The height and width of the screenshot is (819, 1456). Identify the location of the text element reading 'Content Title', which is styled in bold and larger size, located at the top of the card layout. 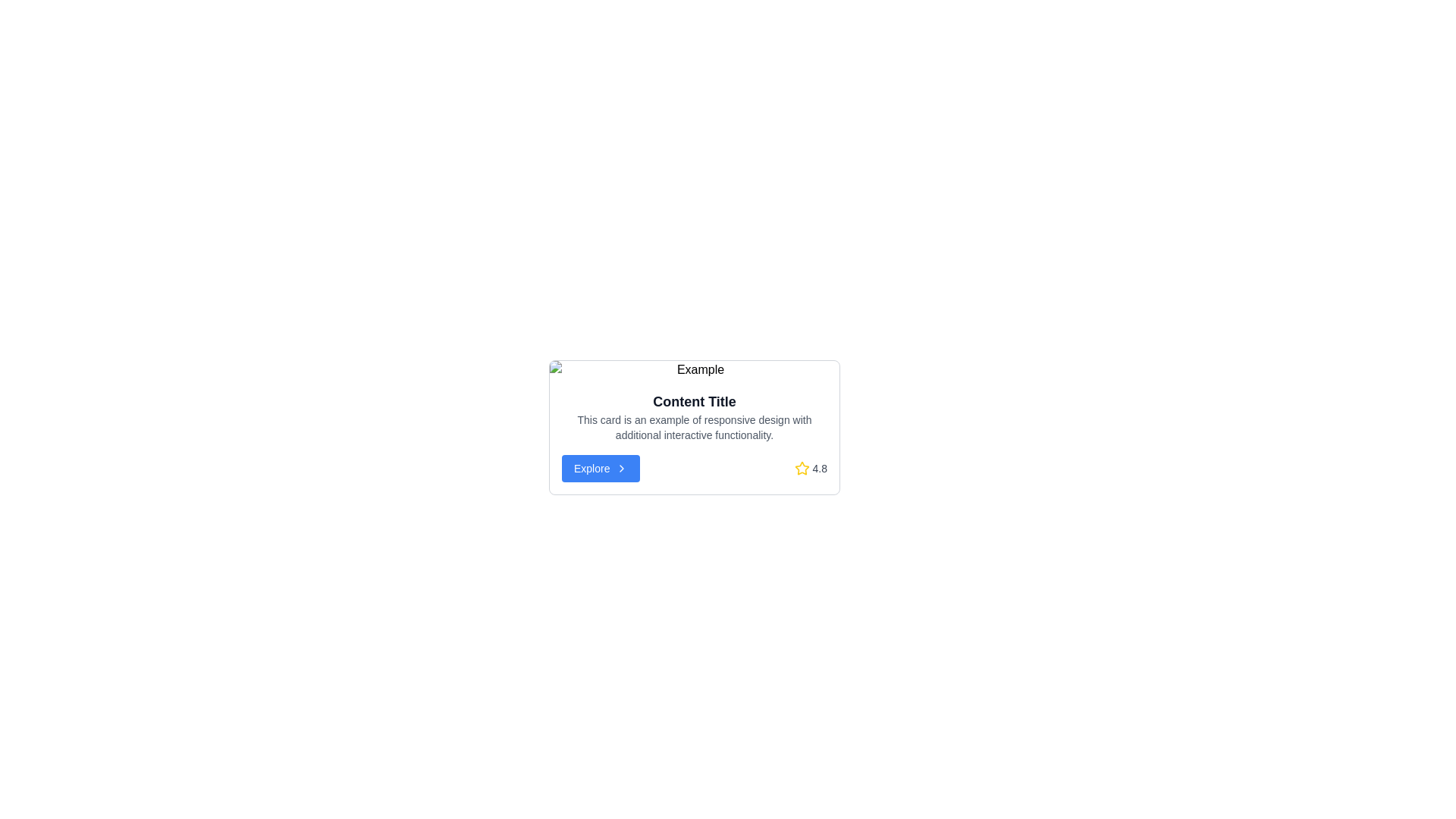
(694, 400).